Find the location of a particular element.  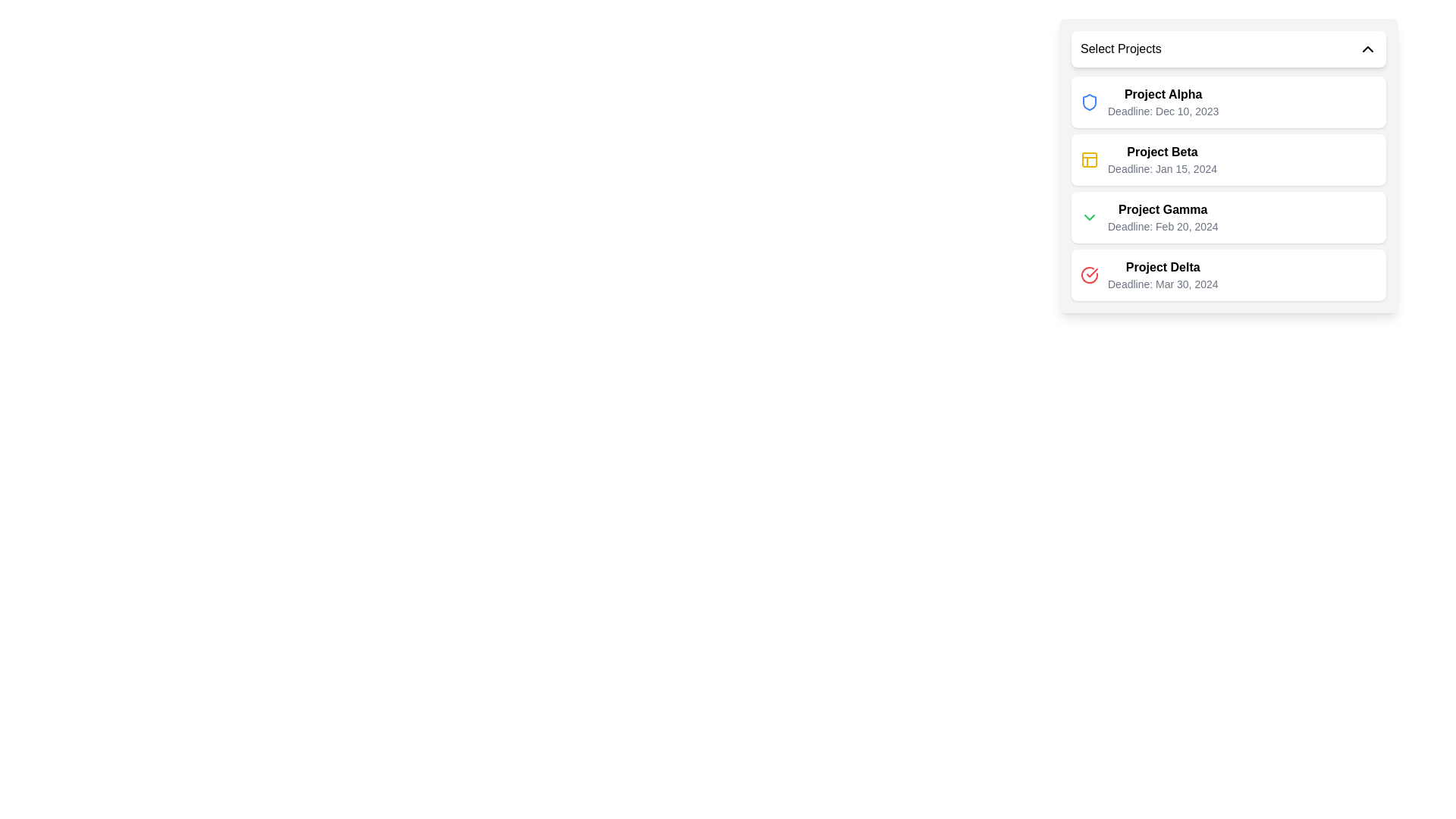

the text label 'Project Beta' which is prominently displayed in bold within the dropdown panel's second entry is located at coordinates (1161, 152).